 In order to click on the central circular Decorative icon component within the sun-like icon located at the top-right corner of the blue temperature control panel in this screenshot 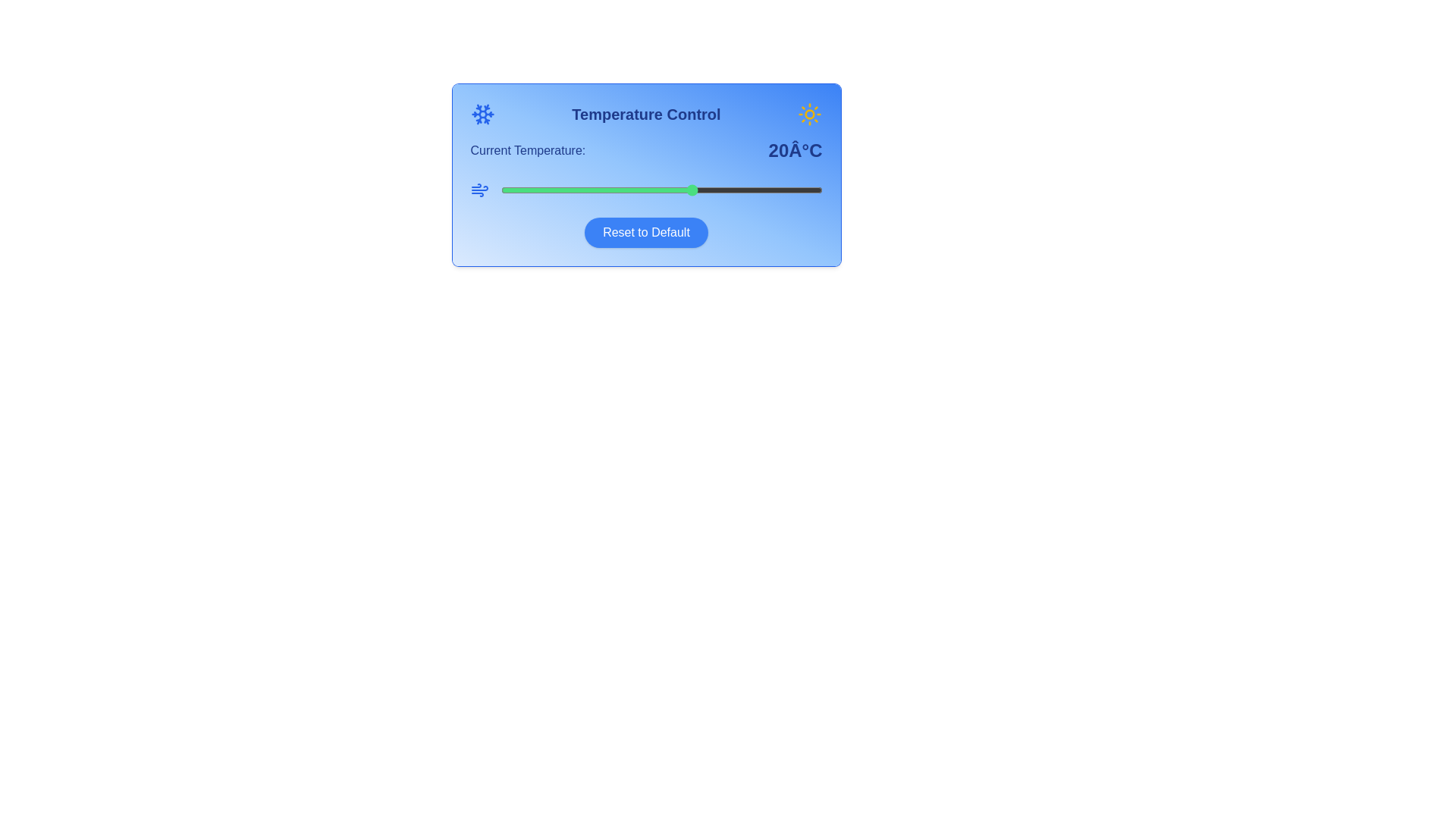, I will do `click(809, 113)`.